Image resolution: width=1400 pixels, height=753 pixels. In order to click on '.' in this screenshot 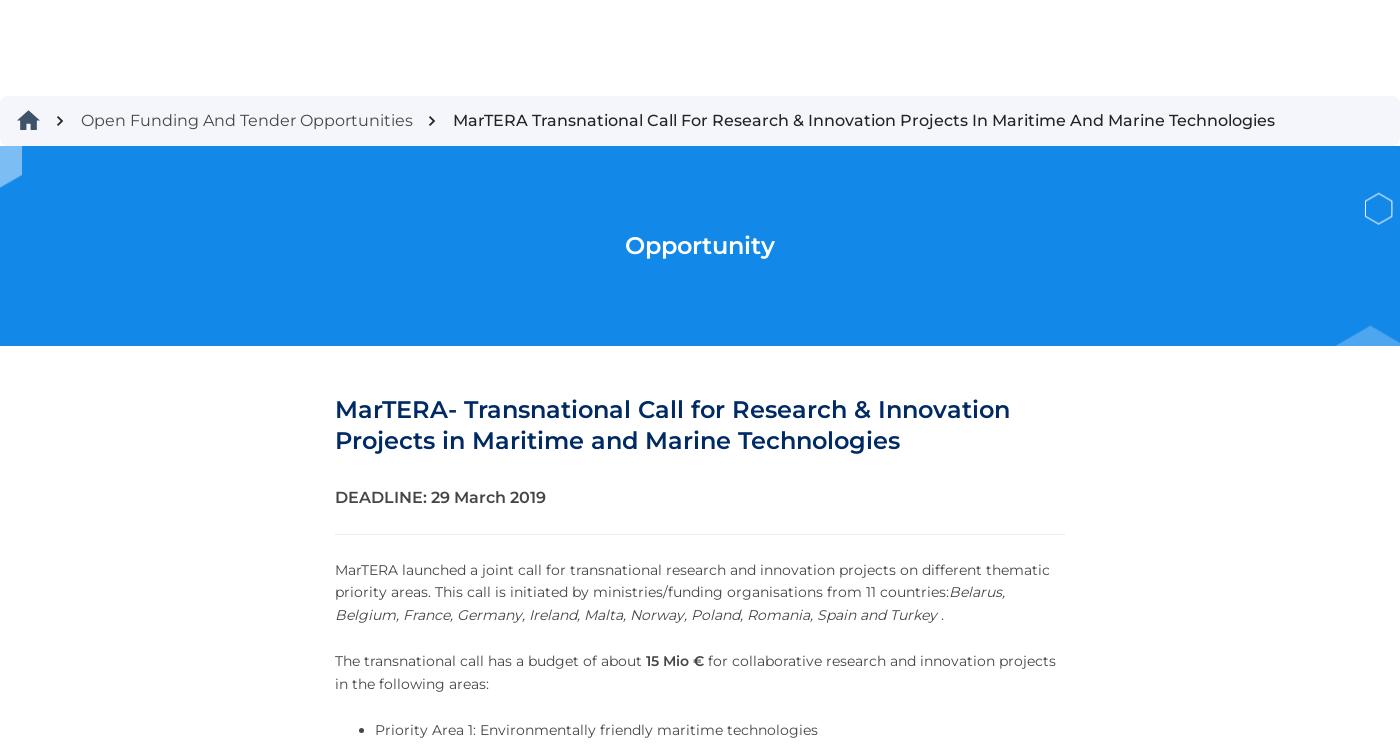, I will do `click(1228, 499)`.